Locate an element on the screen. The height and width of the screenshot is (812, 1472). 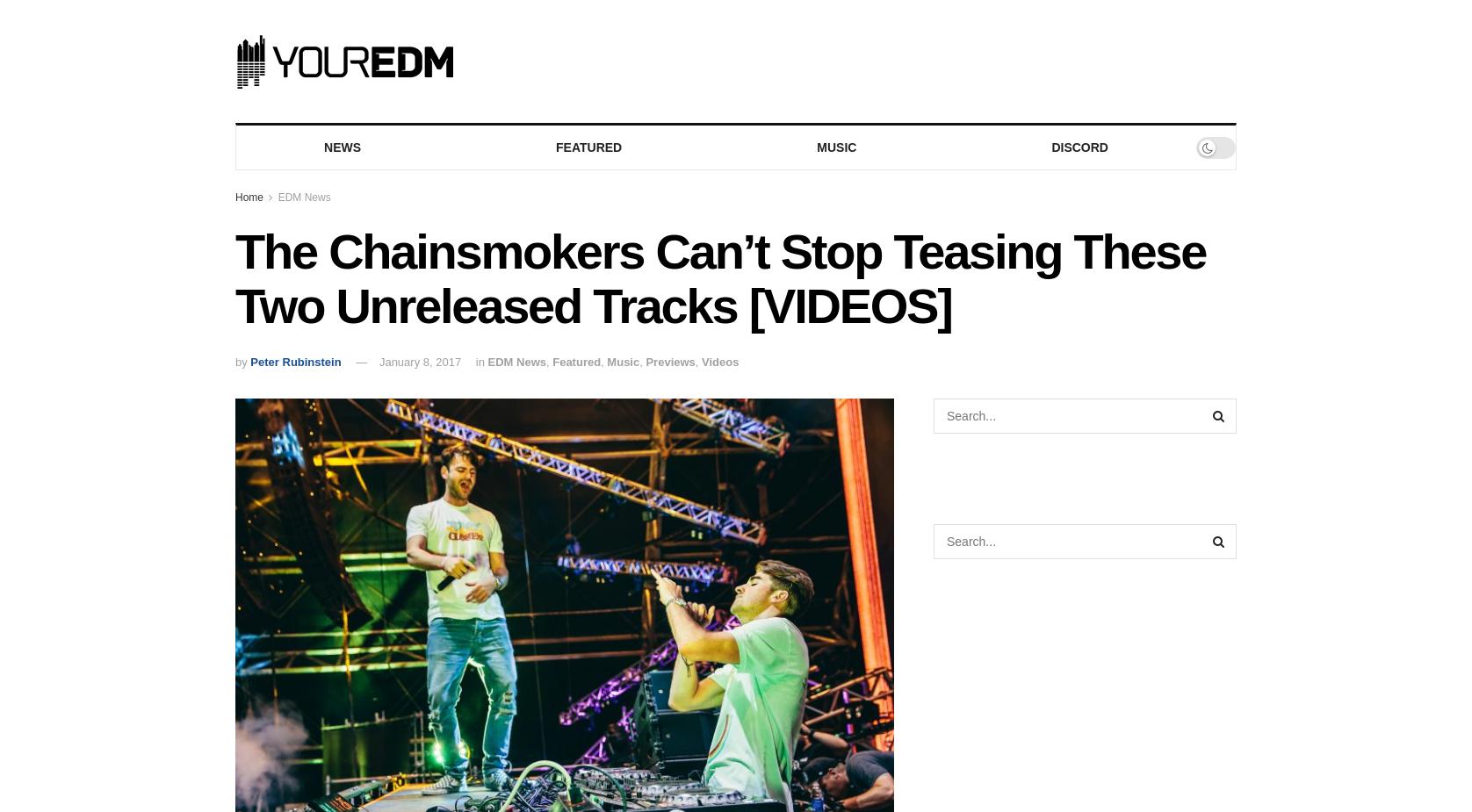
'by' is located at coordinates (234, 360).